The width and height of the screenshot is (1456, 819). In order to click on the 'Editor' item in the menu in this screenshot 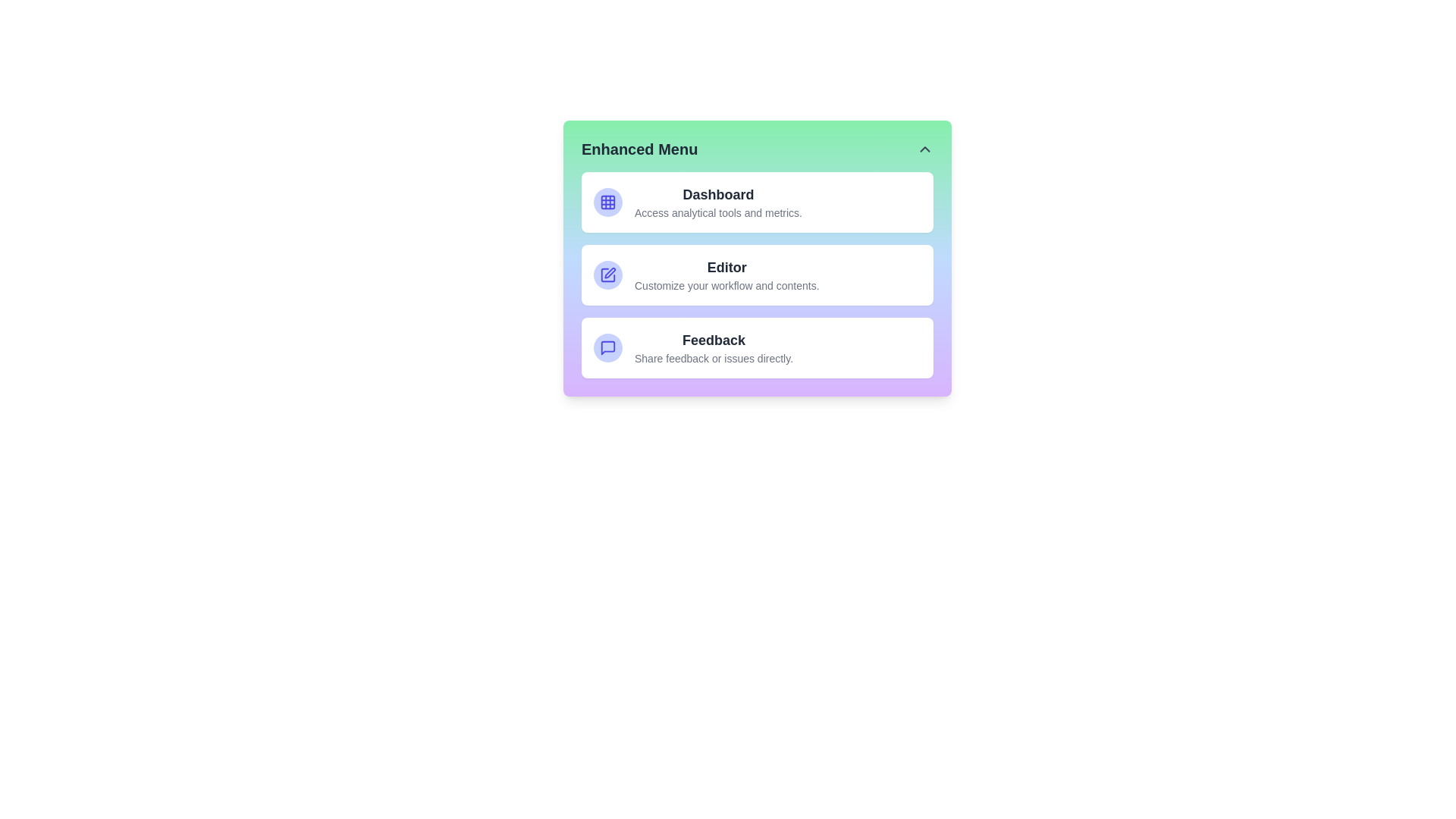, I will do `click(757, 275)`.